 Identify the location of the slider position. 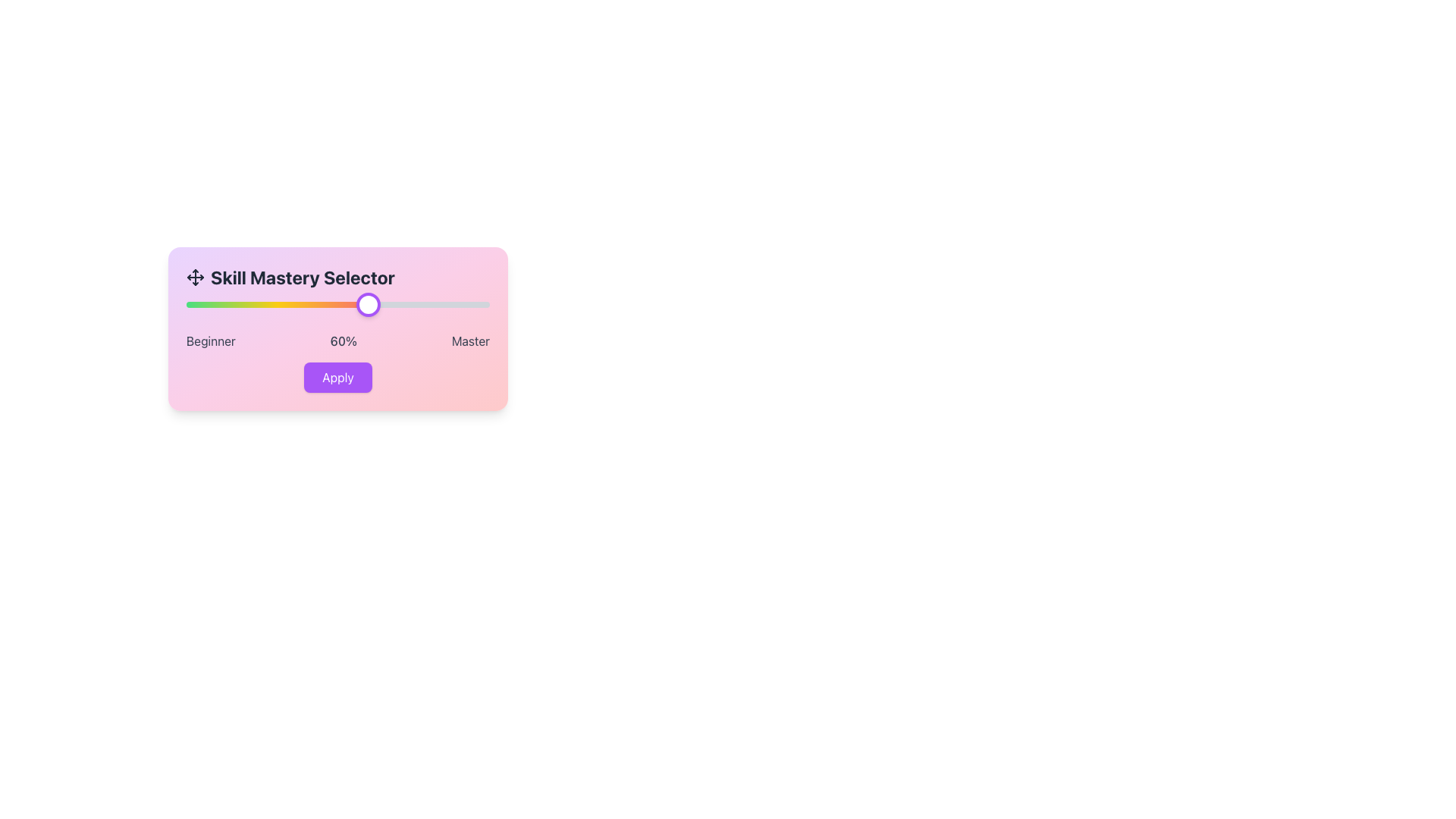
(479, 304).